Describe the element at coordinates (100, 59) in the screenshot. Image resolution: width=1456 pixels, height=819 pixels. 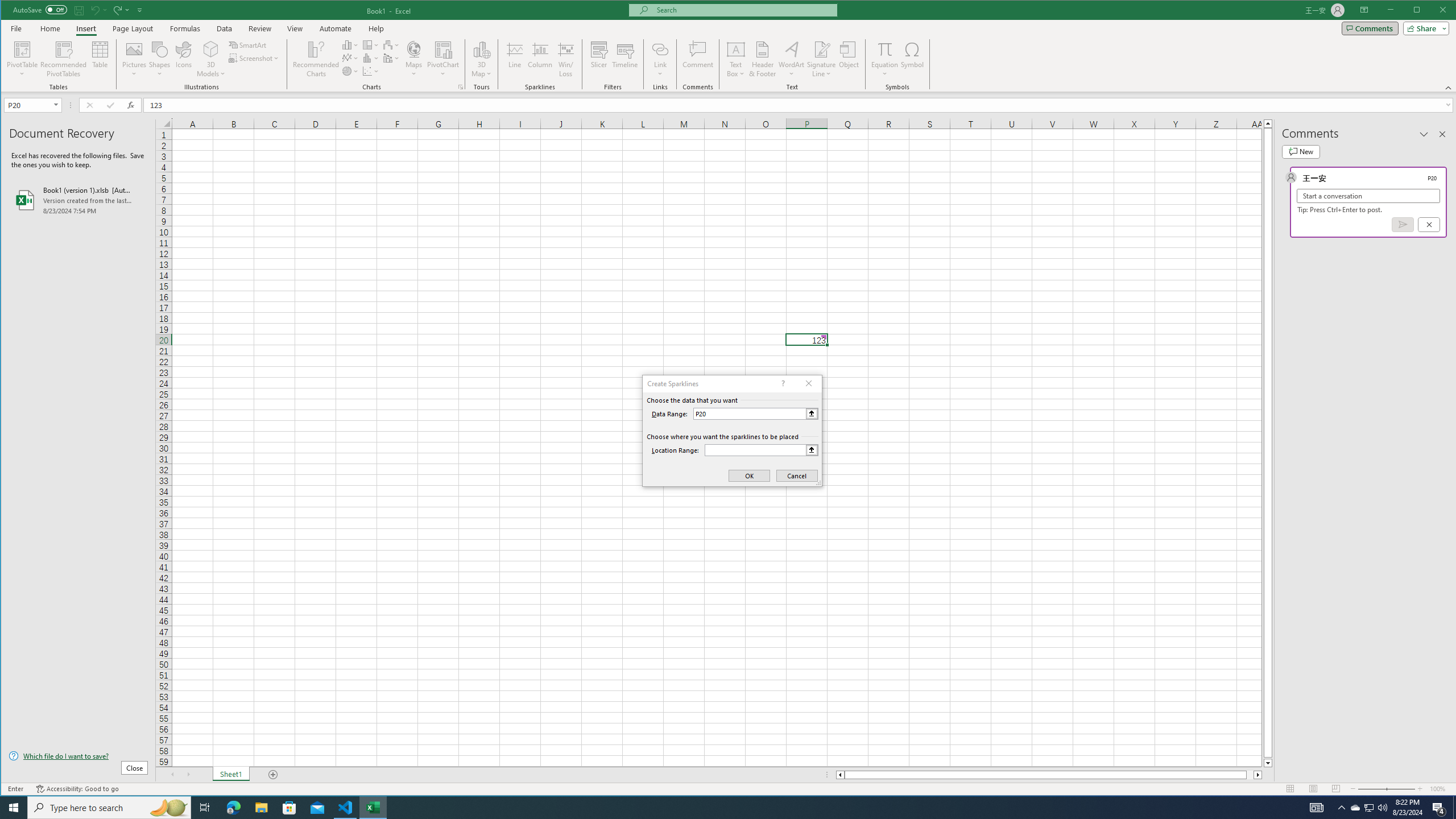
I see `'Table'` at that location.